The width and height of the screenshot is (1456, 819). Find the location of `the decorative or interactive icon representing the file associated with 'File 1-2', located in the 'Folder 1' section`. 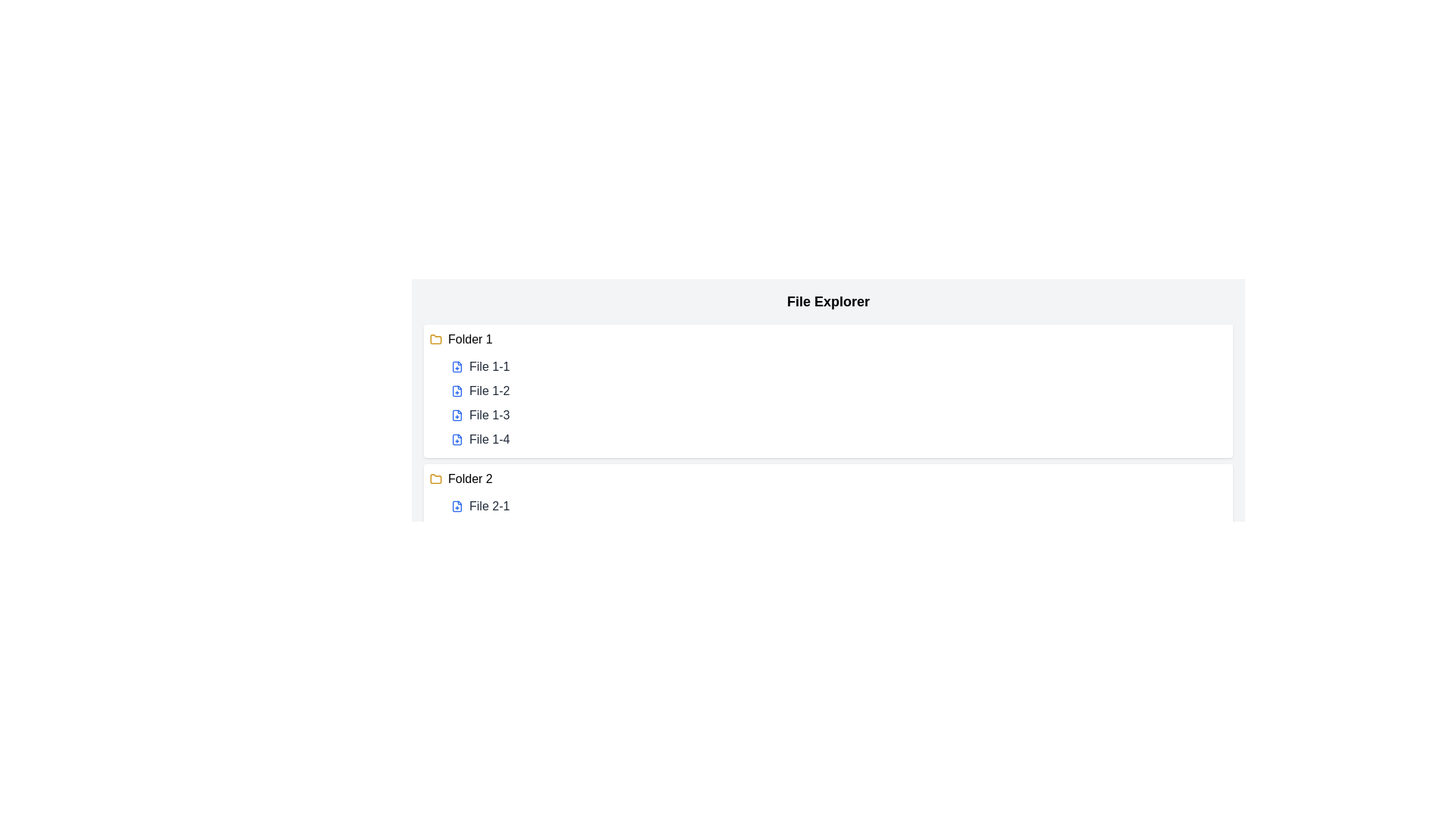

the decorative or interactive icon representing the file associated with 'File 1-2', located in the 'Folder 1' section is located at coordinates (457, 391).